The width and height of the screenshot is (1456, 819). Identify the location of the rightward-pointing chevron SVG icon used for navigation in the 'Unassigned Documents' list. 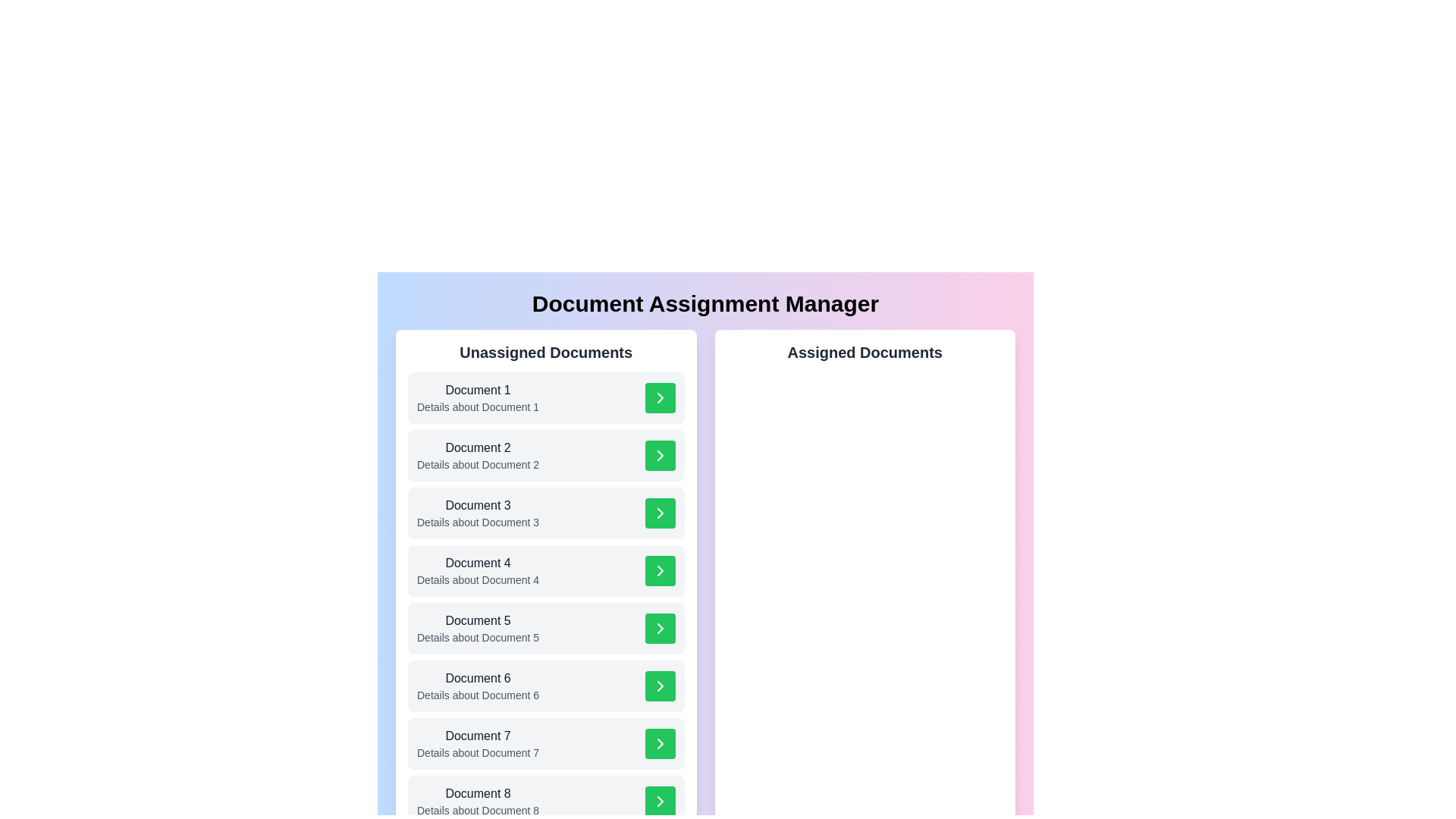
(660, 397).